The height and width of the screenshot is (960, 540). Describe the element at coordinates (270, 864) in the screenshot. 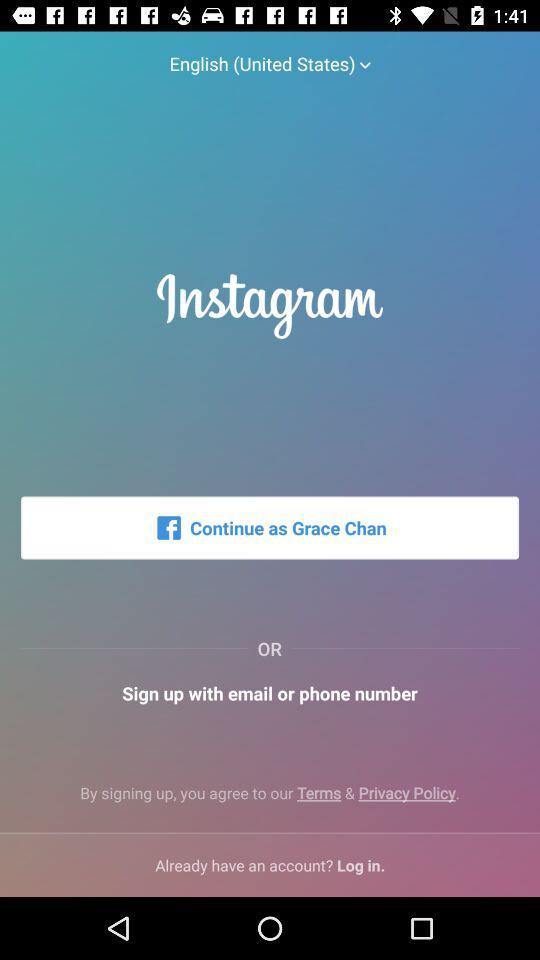

I see `the already have an item` at that location.